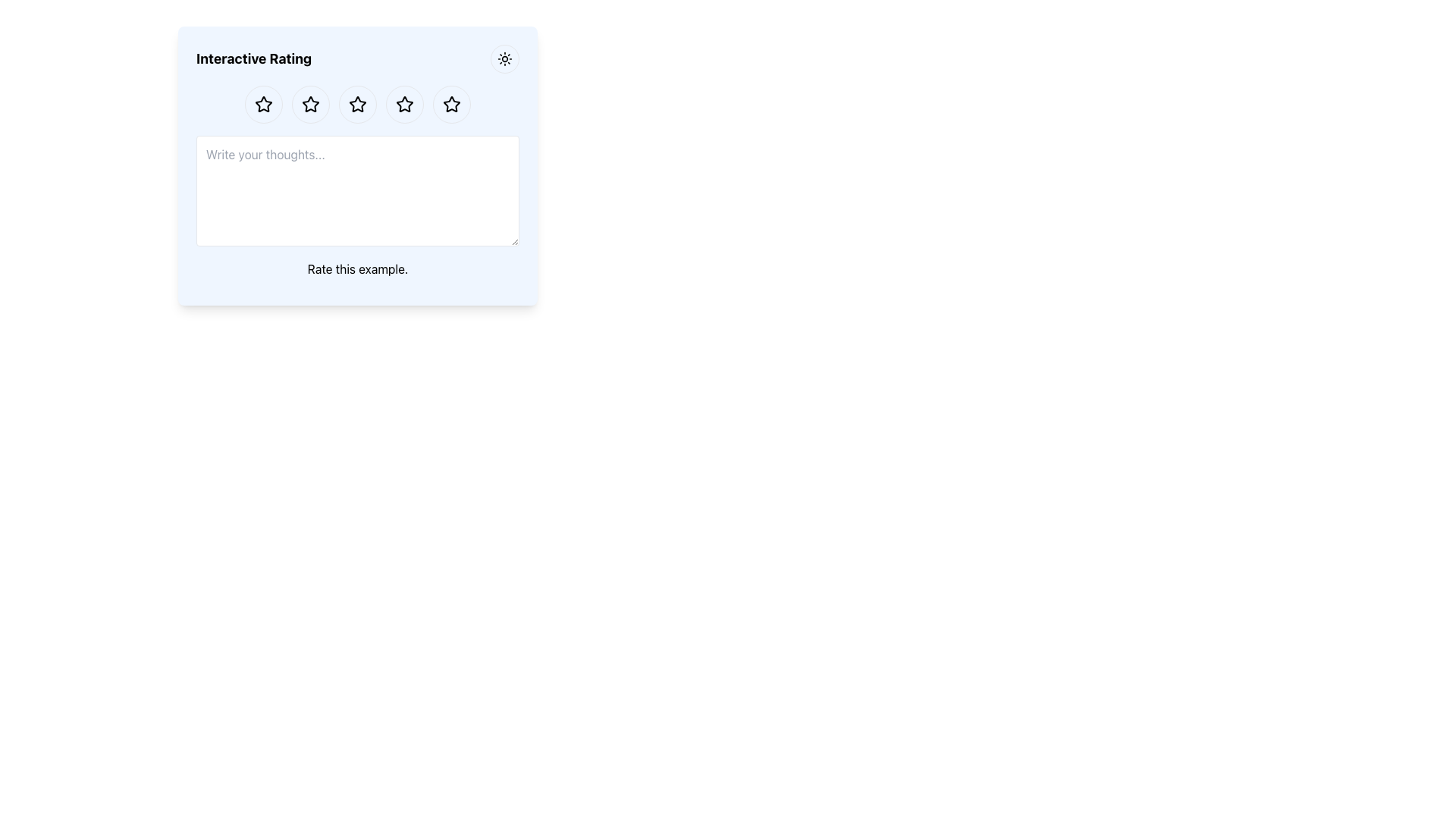 The height and width of the screenshot is (819, 1456). I want to click on the sixth star in the interactive rating system, so click(450, 104).